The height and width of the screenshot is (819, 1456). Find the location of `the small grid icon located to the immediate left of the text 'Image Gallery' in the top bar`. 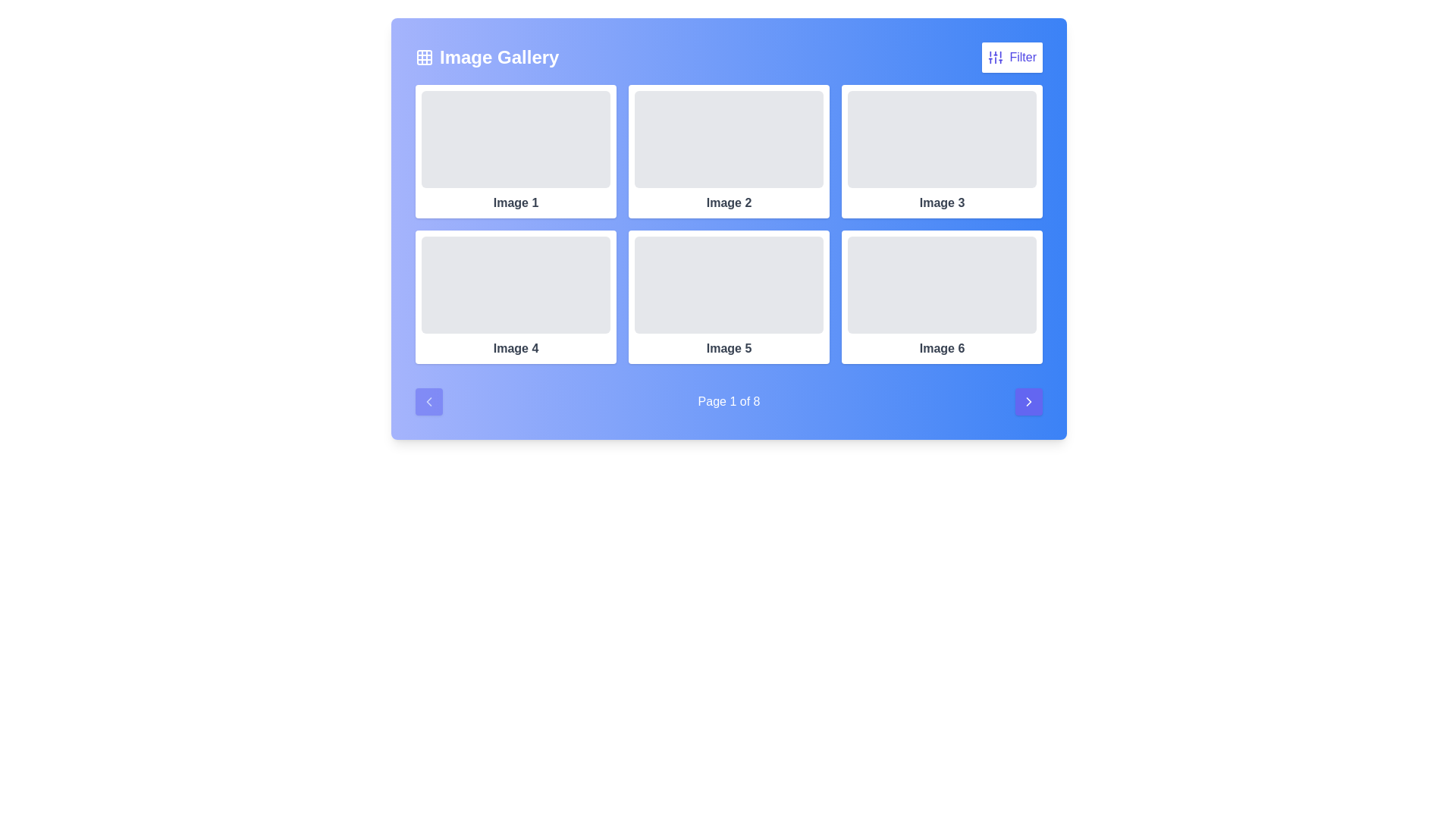

the small grid icon located to the immediate left of the text 'Image Gallery' in the top bar is located at coordinates (425, 57).